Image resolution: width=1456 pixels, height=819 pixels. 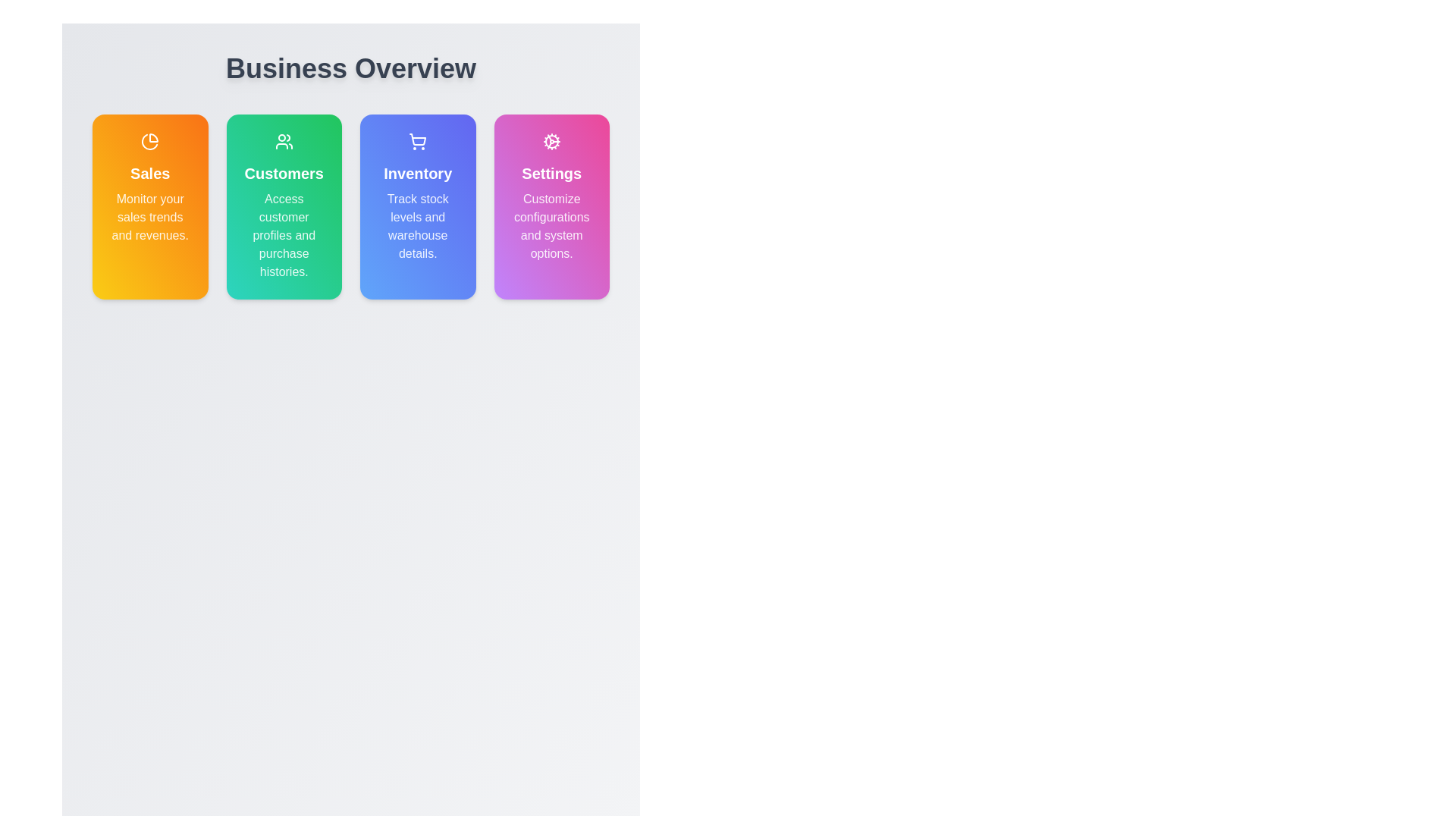 What do you see at coordinates (284, 236) in the screenshot?
I see `text block that contains 'Access customer profiles and purchase histories.' located within the green card labeled 'Customers.'` at bounding box center [284, 236].